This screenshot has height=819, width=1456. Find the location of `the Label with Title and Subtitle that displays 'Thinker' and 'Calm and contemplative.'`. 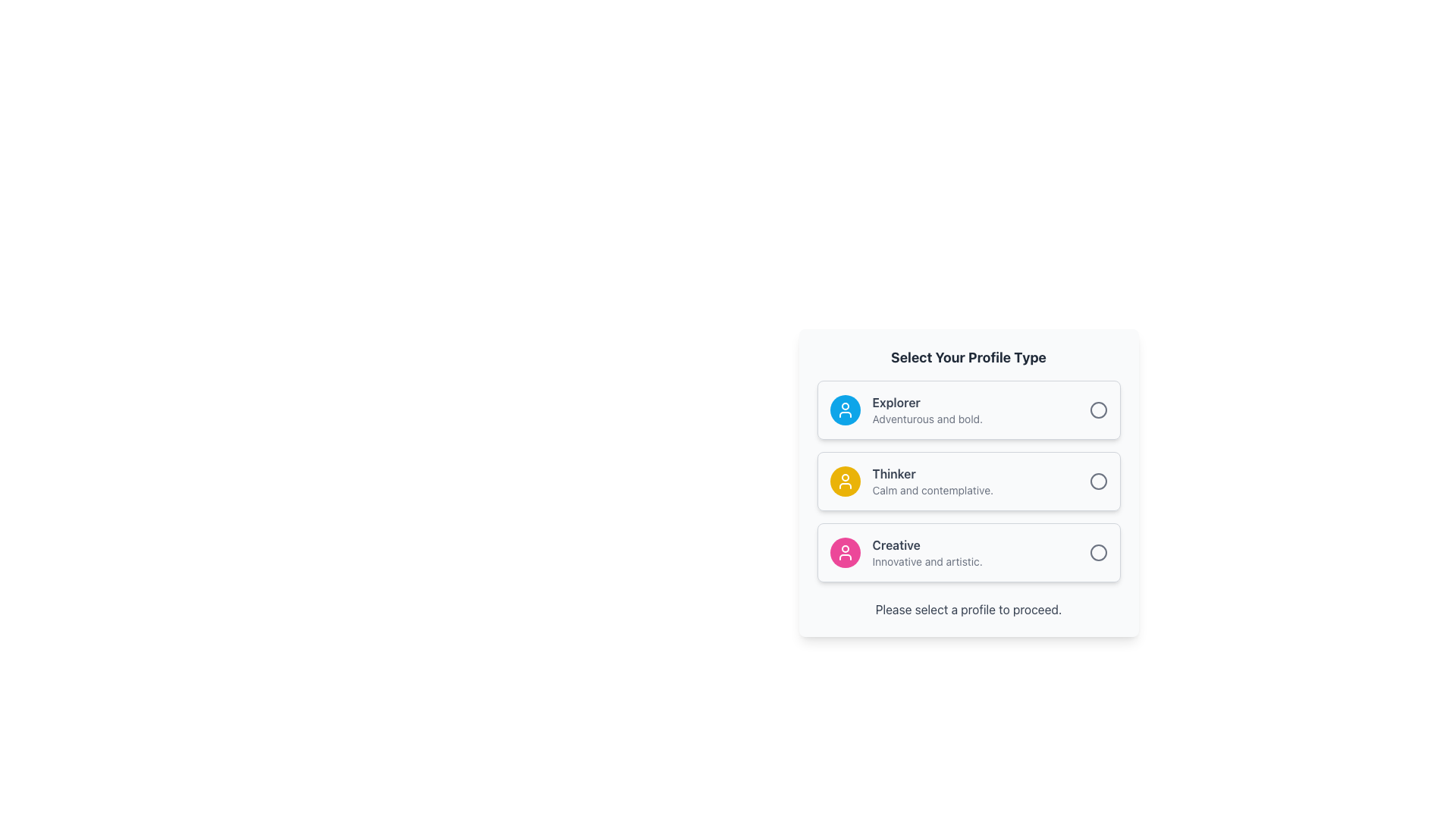

the Label with Title and Subtitle that displays 'Thinker' and 'Calm and contemplative.' is located at coordinates (981, 482).